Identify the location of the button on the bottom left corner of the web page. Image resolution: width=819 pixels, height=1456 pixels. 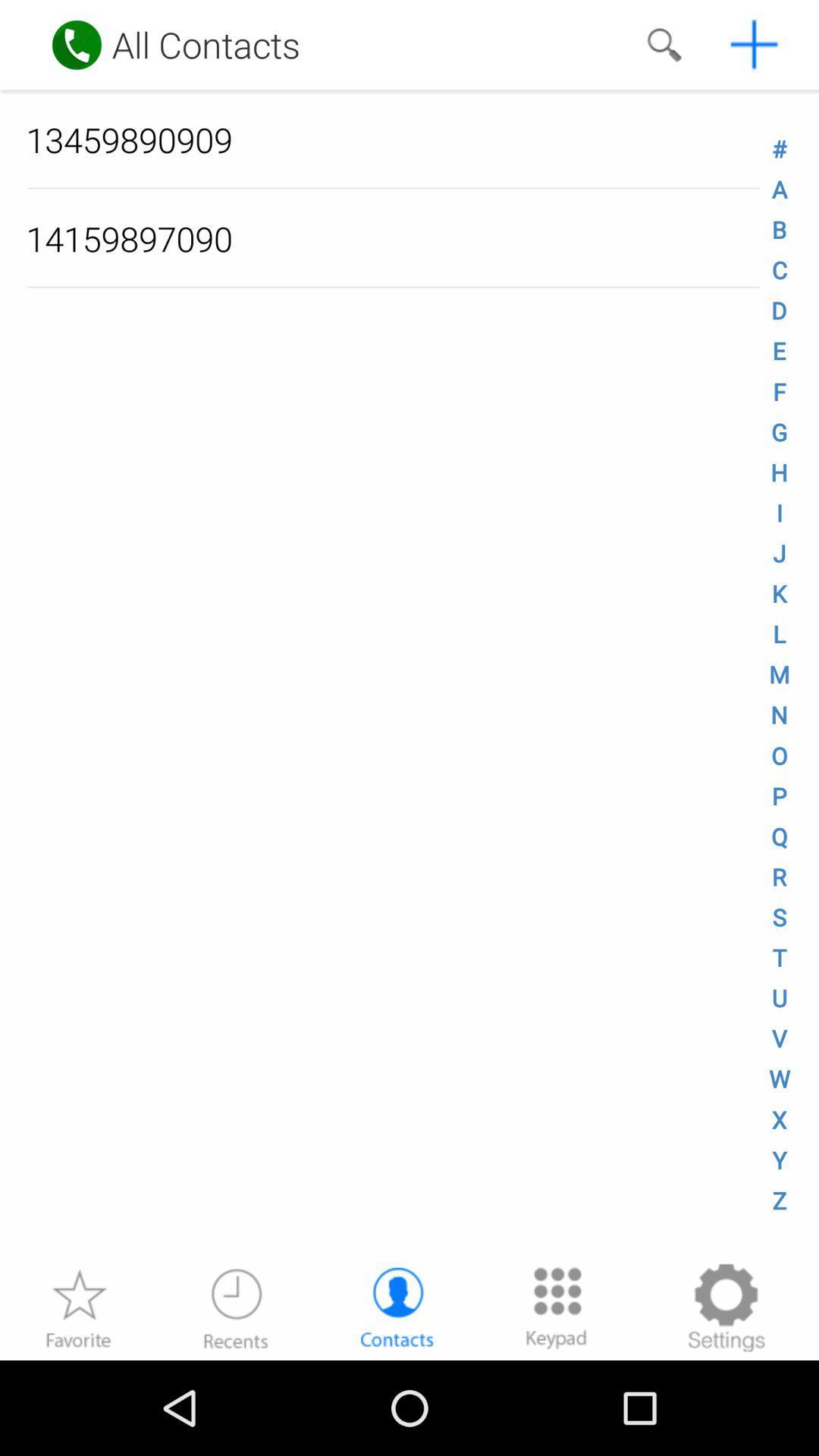
(78, 1307).